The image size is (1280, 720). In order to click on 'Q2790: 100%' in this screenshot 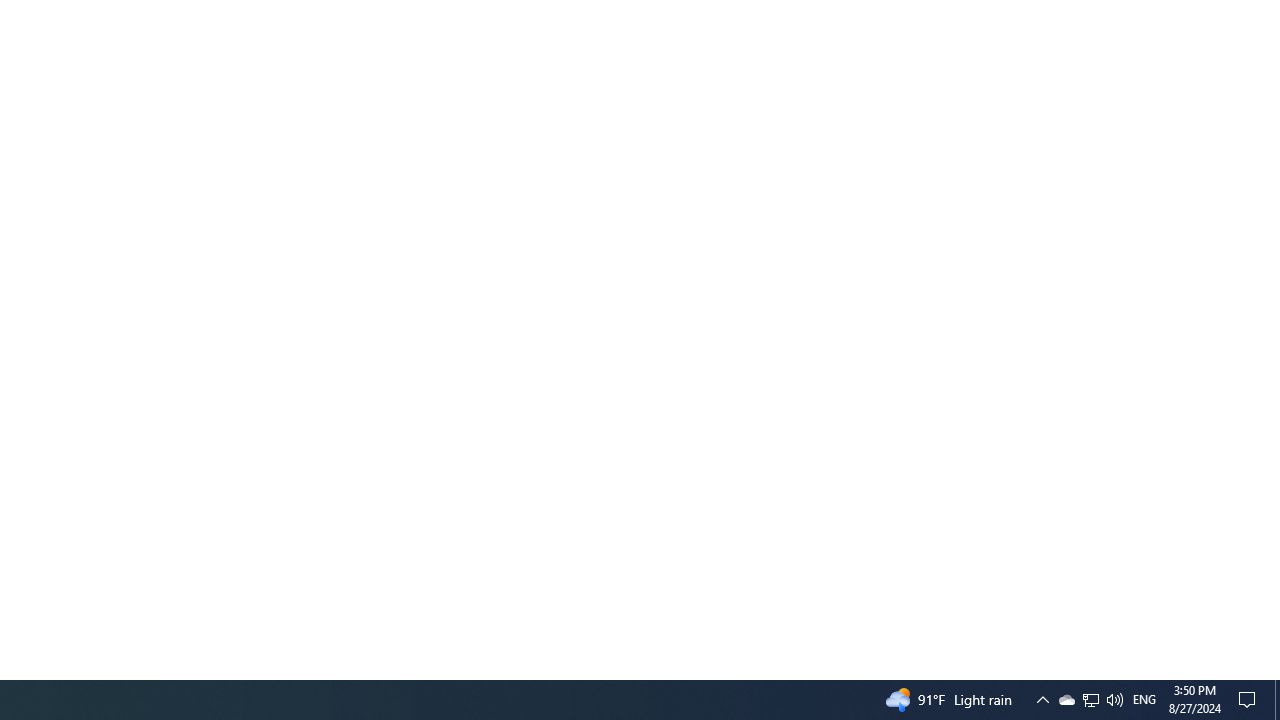, I will do `click(1113, 698)`.